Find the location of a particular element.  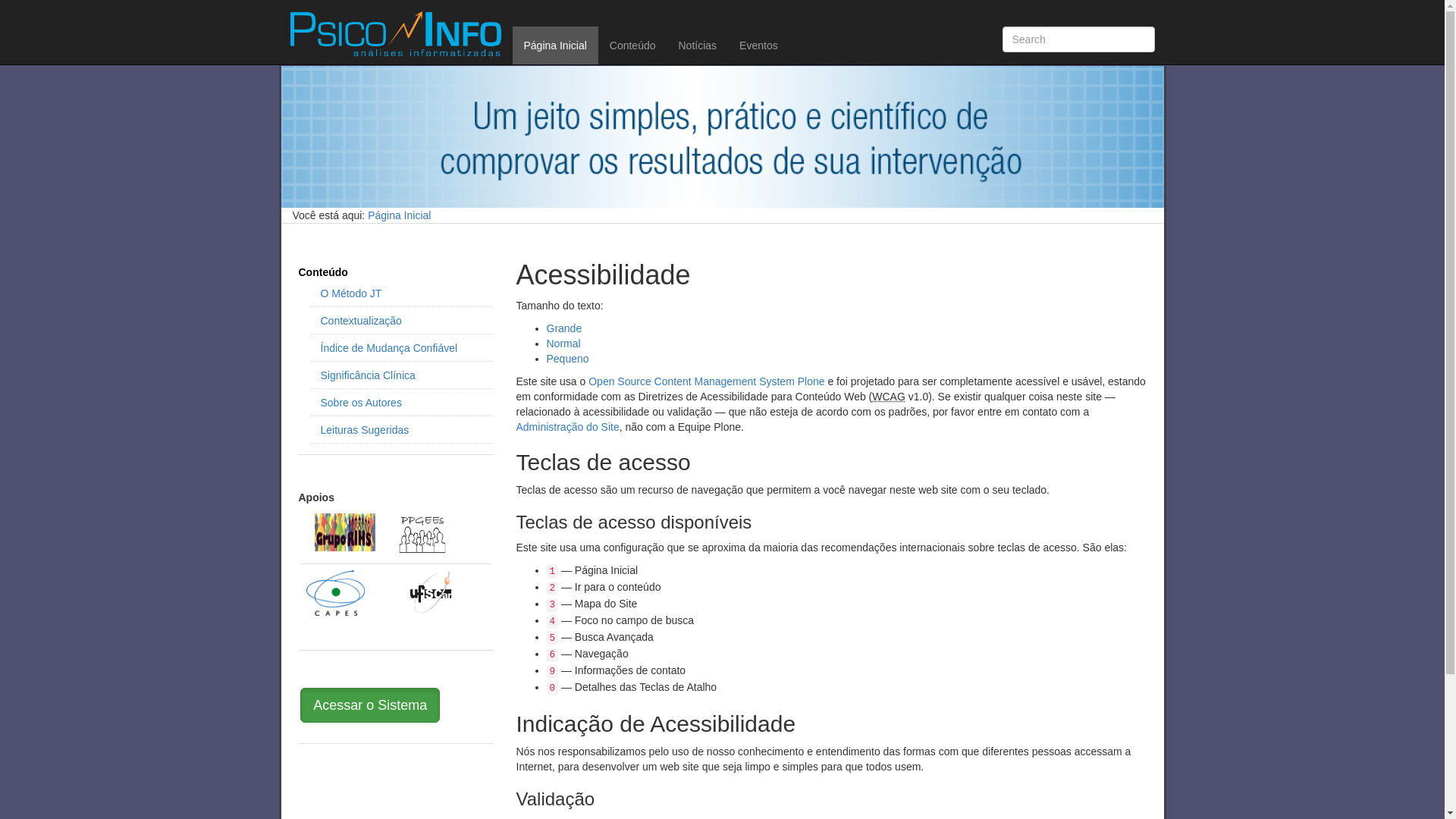

'Normal' is located at coordinates (562, 343).